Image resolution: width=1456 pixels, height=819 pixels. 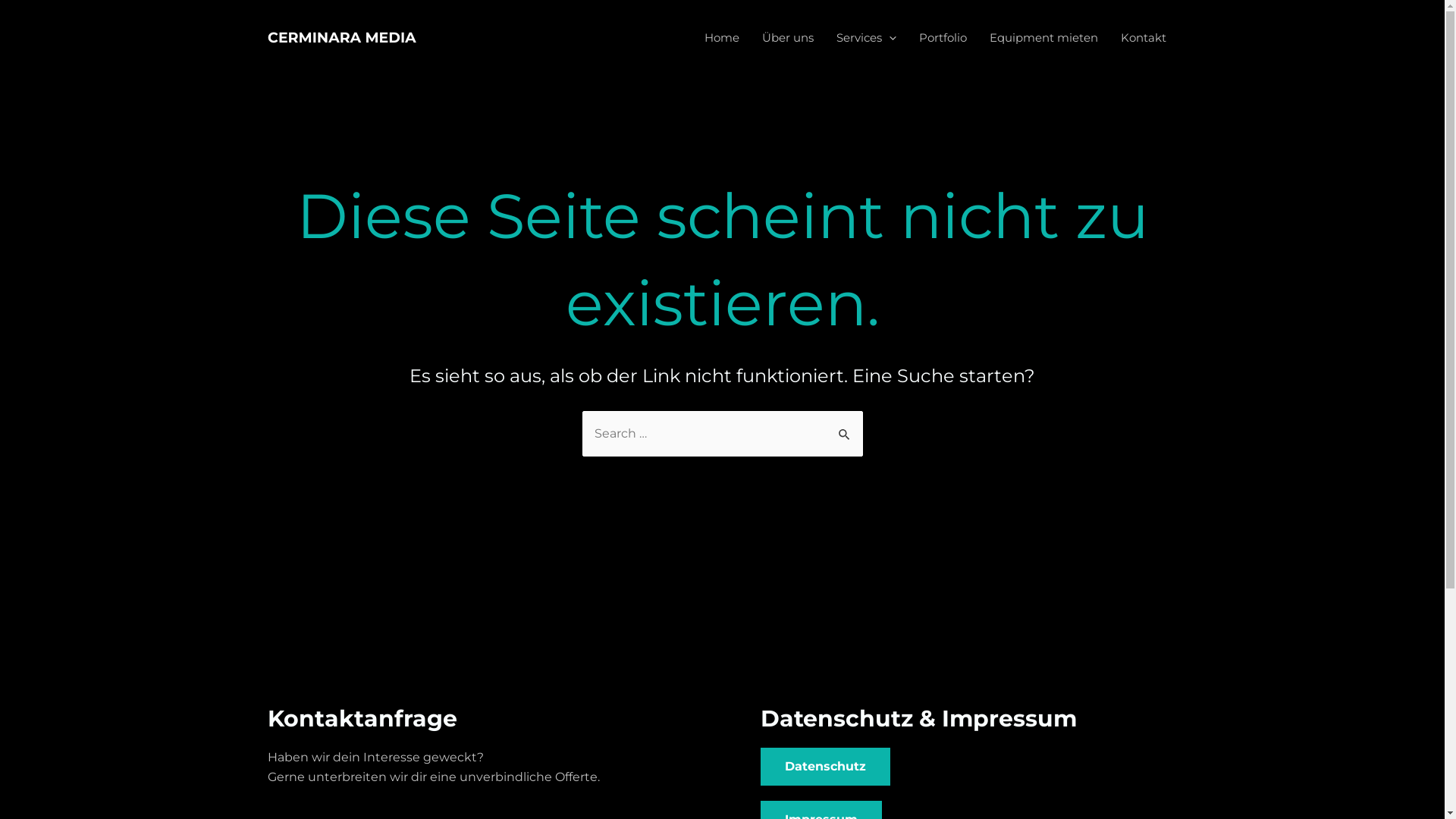 What do you see at coordinates (1043, 37) in the screenshot?
I see `'Equipment mieten'` at bounding box center [1043, 37].